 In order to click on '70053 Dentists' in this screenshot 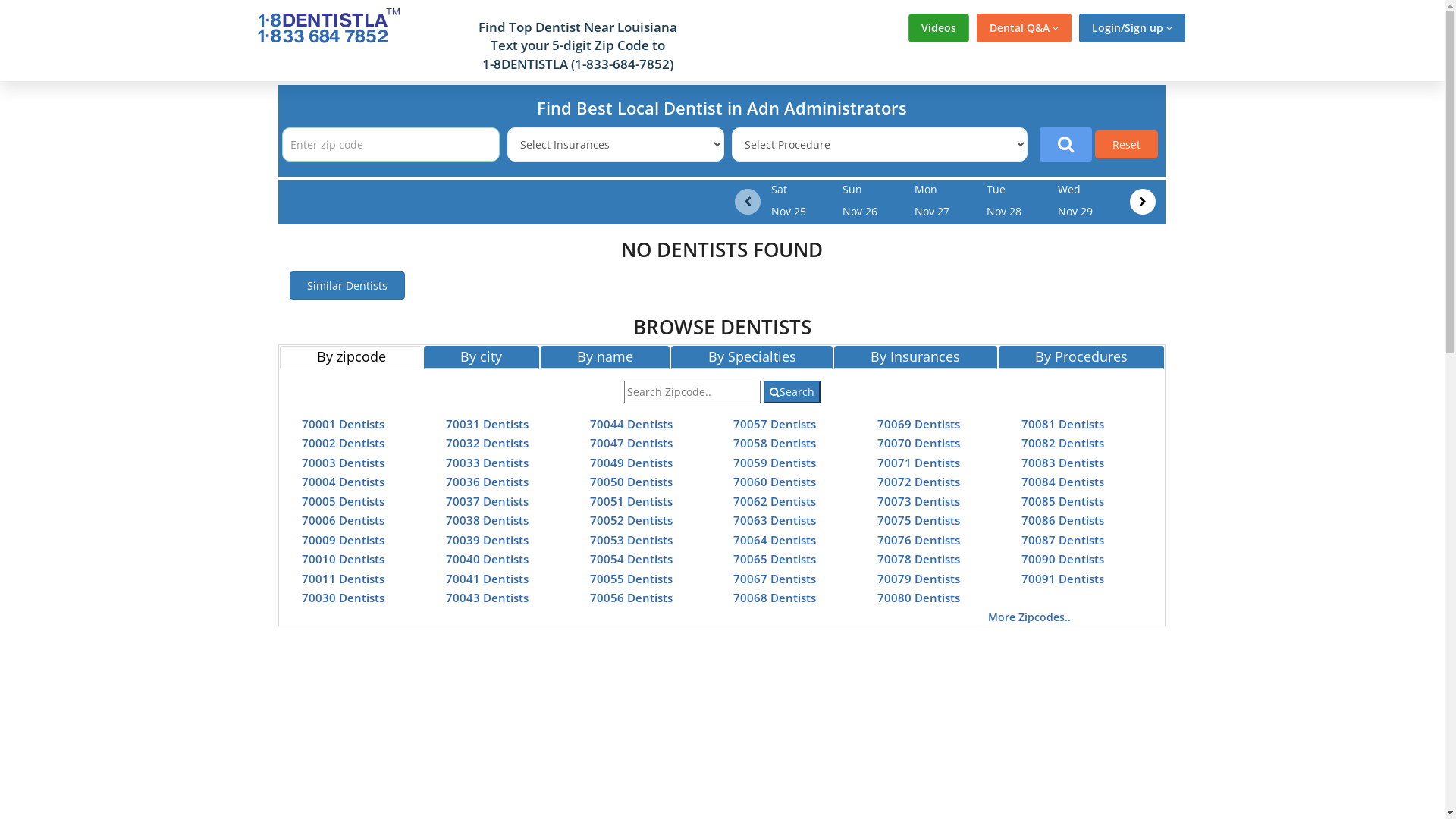, I will do `click(631, 539)`.